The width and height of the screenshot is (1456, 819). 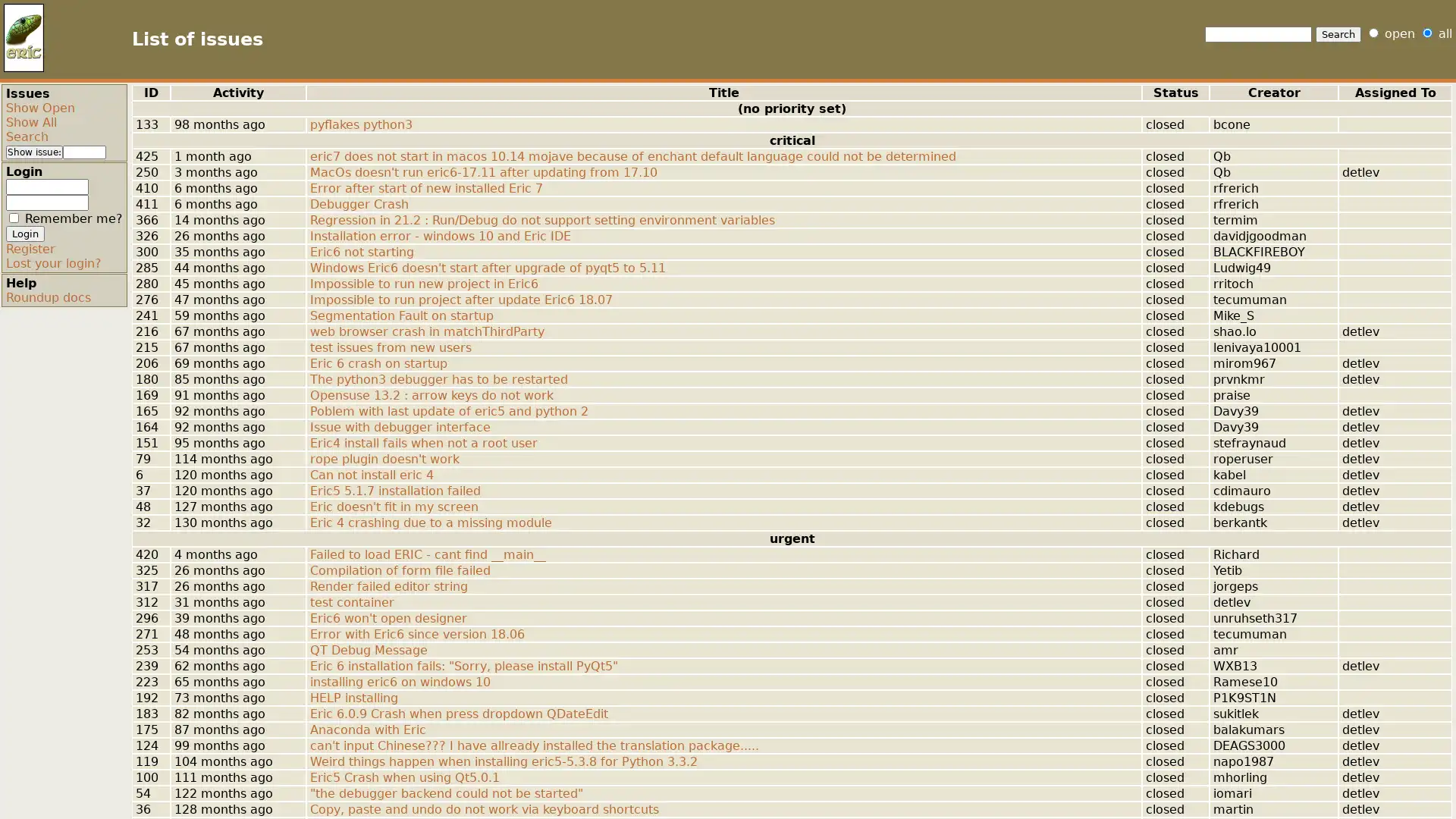 I want to click on Show issue:, so click(x=34, y=152).